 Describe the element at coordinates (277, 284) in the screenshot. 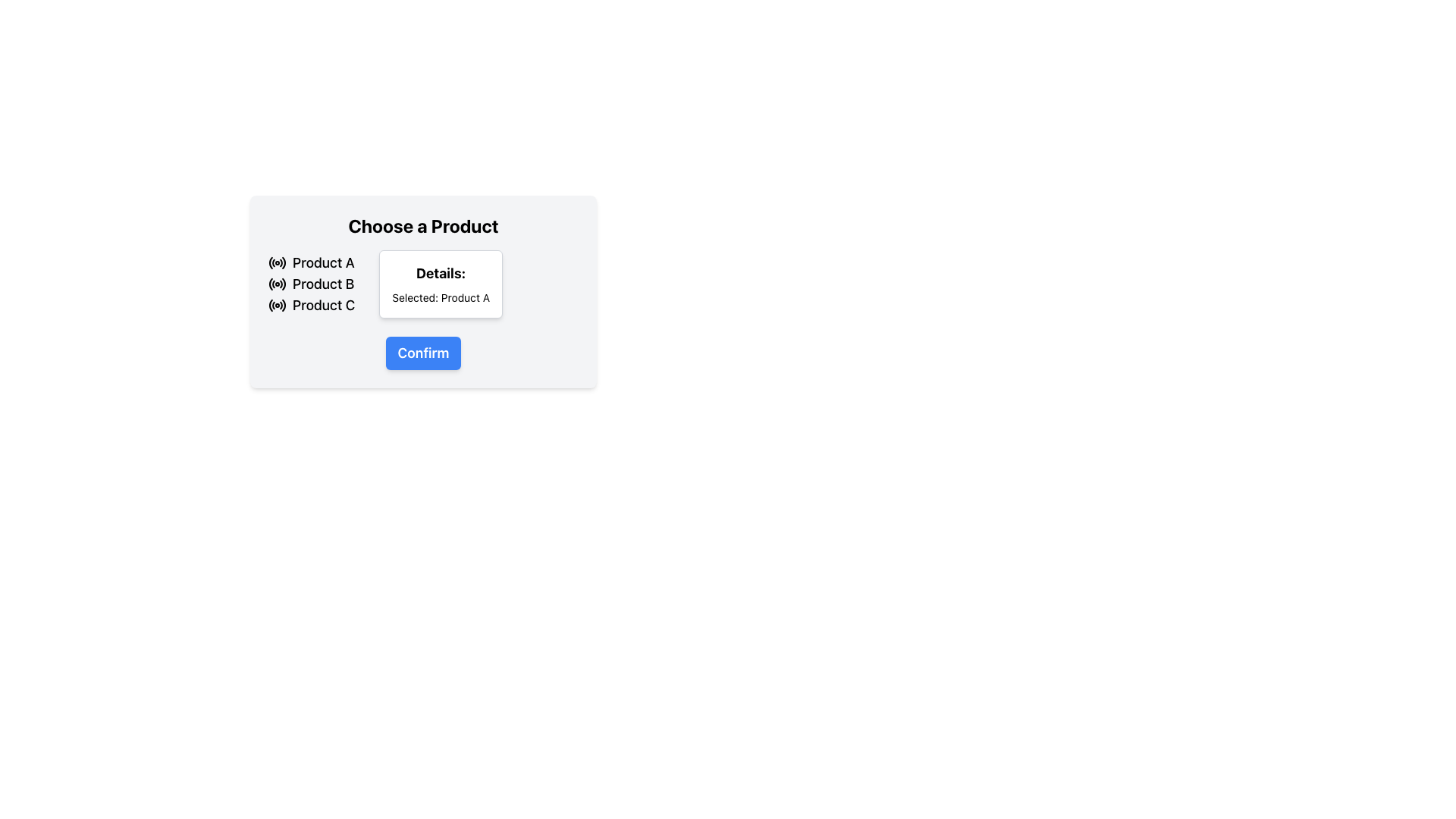

I see `the active radio button styled as a circular selection indicator next to the text 'Product B'` at that location.